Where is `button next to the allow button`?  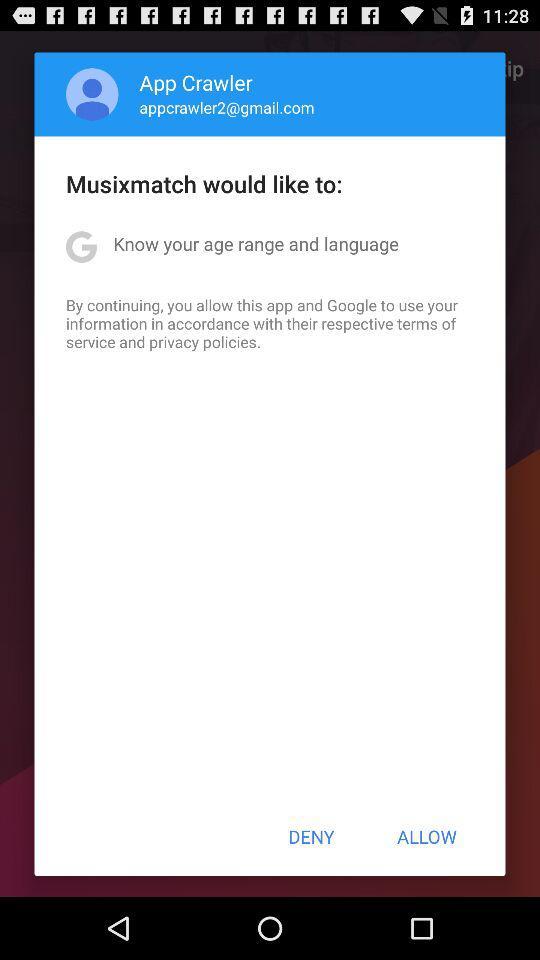 button next to the allow button is located at coordinates (311, 836).